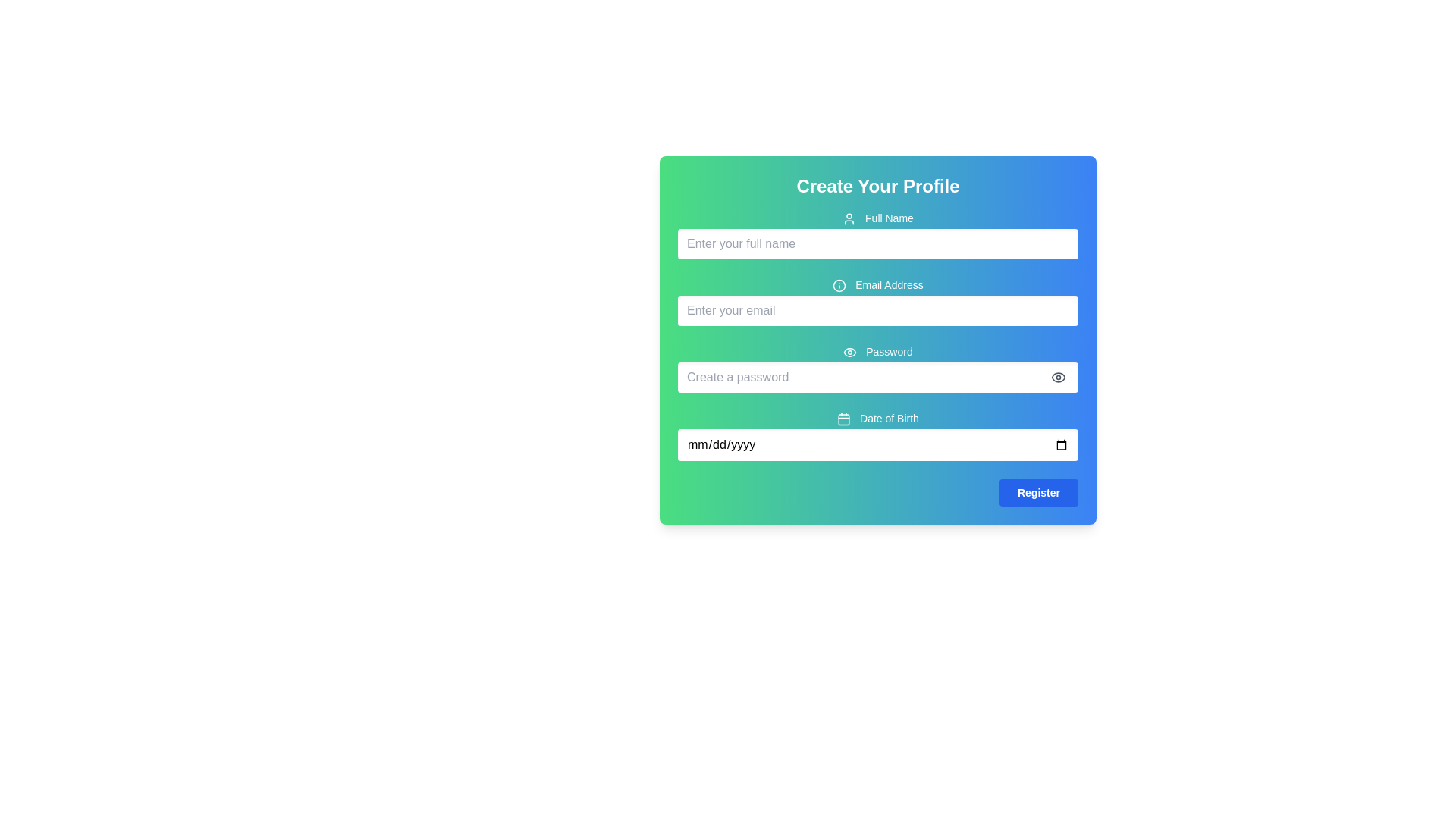  Describe the element at coordinates (1037, 493) in the screenshot. I see `the rectangular button labeled 'Register' with a blue background` at that location.